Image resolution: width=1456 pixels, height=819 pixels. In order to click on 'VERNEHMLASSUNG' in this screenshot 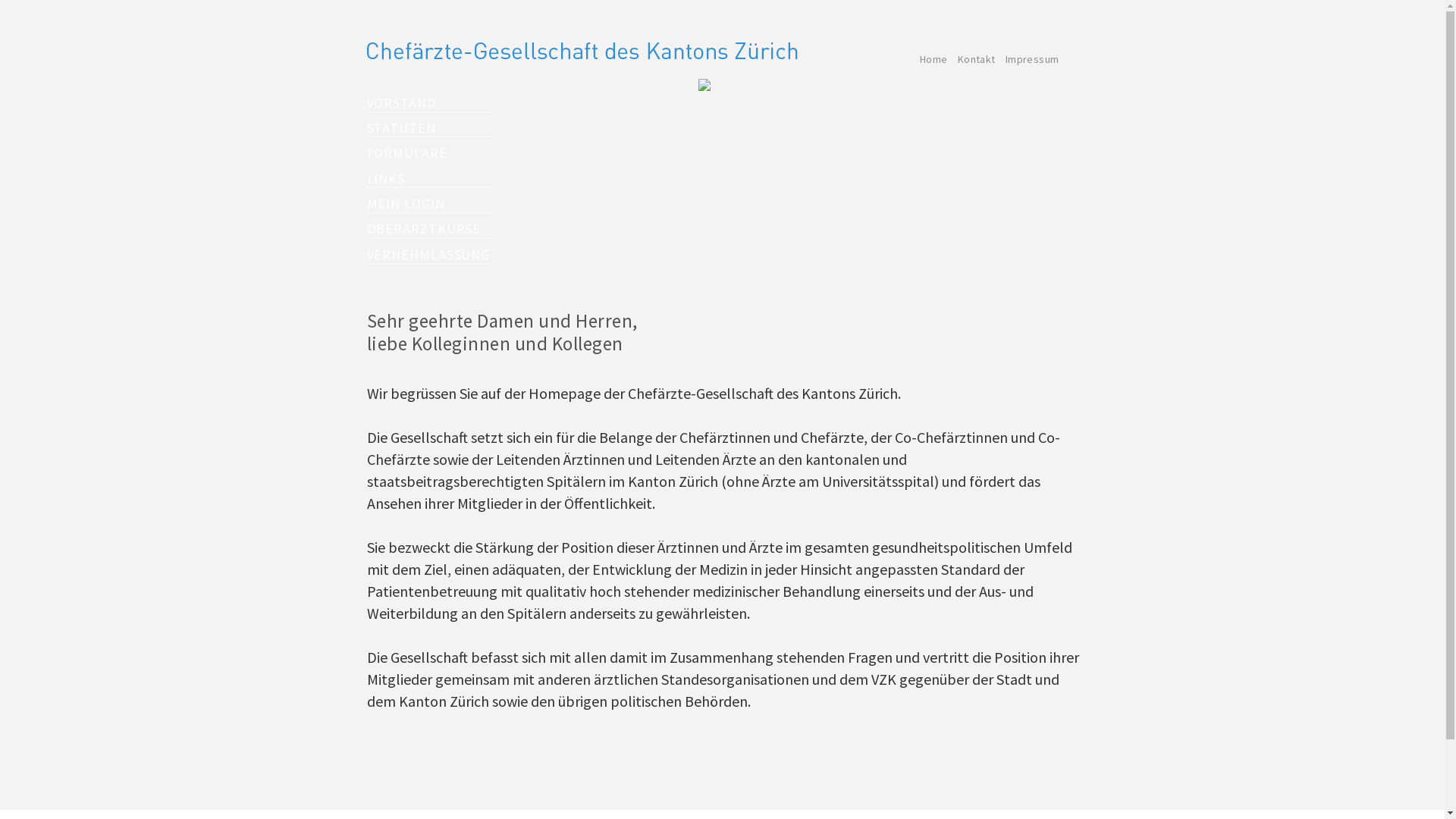, I will do `click(428, 253)`.